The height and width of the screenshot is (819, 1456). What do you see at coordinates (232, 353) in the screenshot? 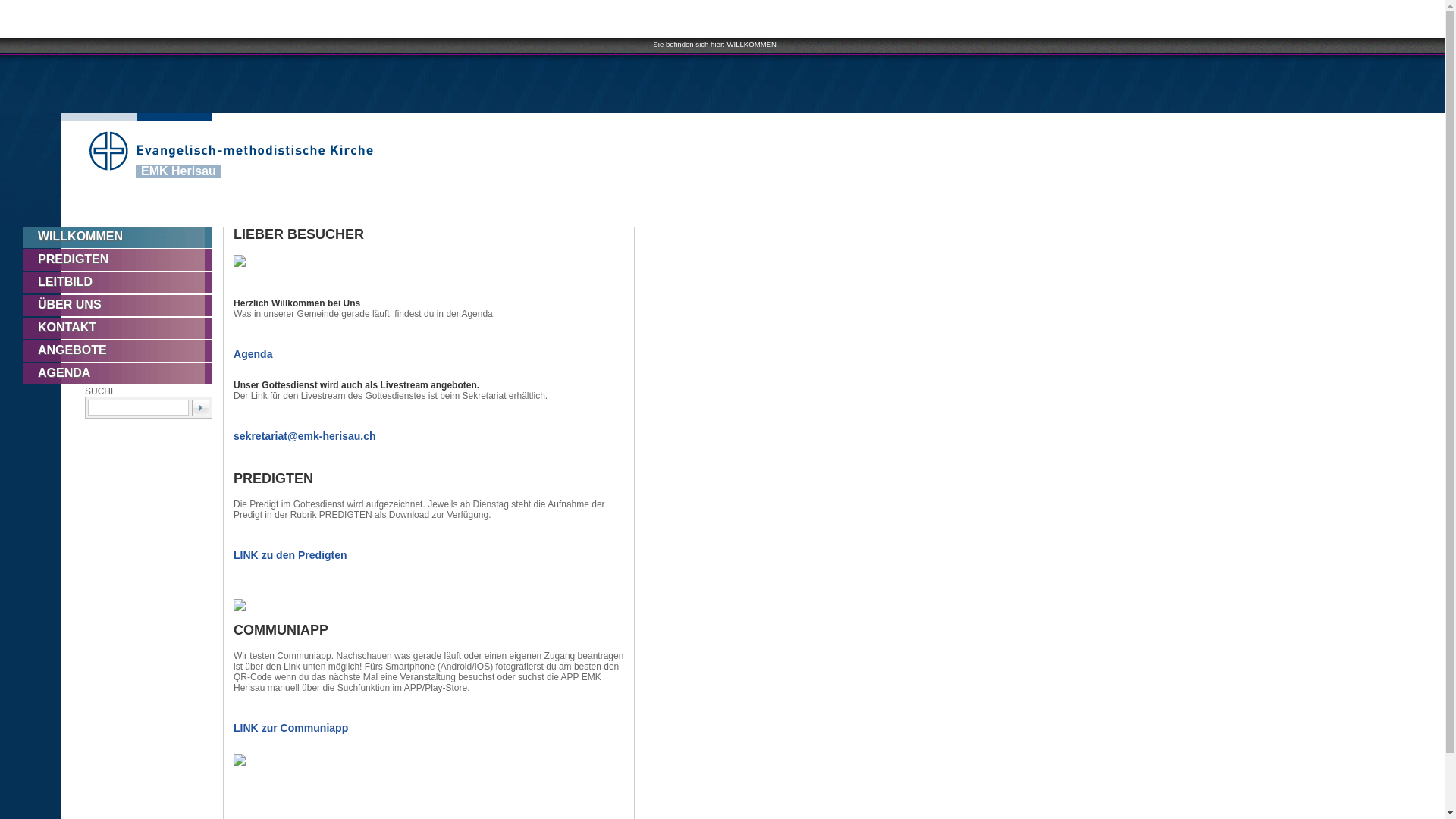
I see `'Agenda'` at bounding box center [232, 353].